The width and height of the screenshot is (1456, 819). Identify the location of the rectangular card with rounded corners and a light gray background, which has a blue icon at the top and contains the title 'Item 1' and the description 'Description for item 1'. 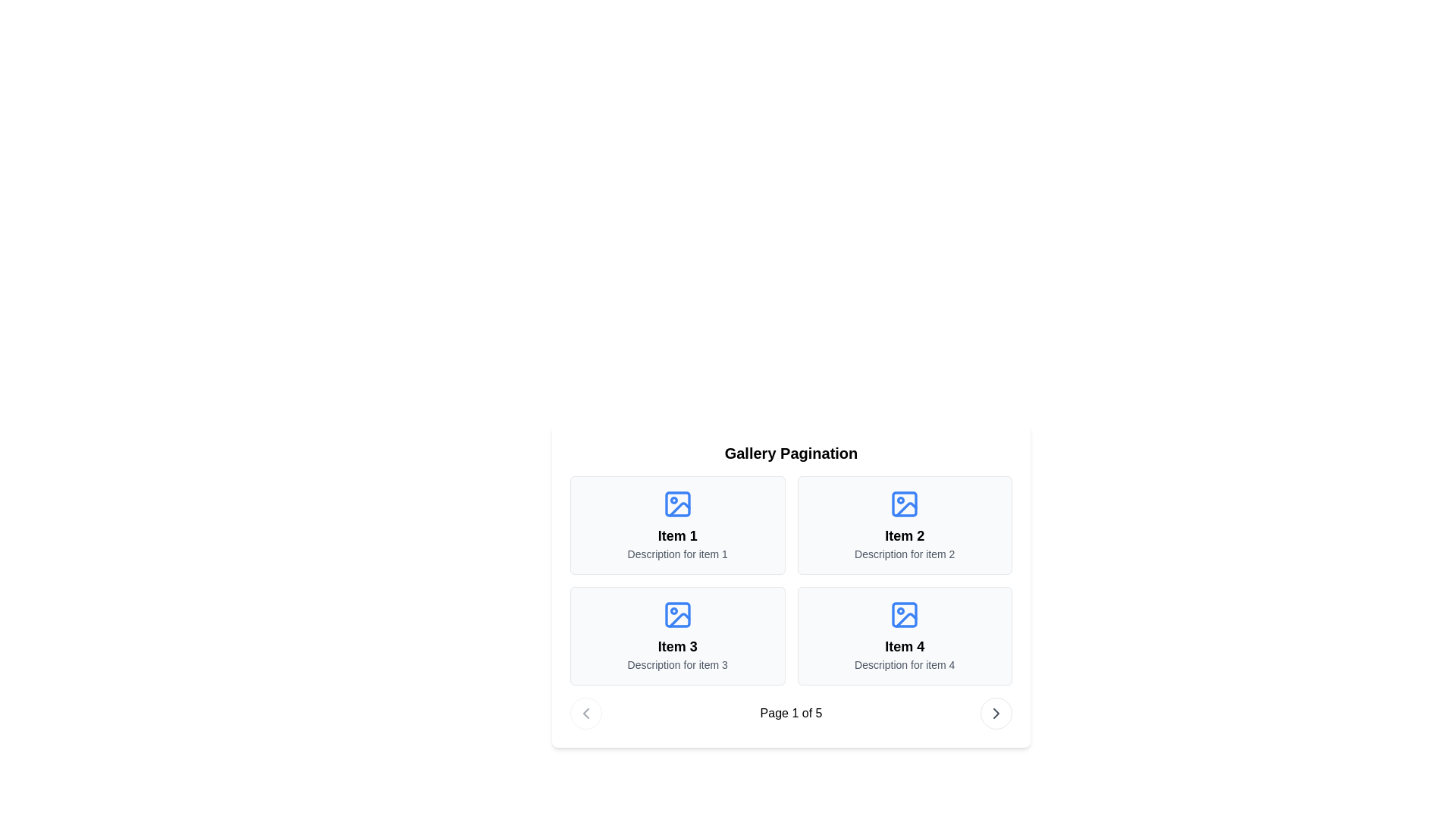
(676, 525).